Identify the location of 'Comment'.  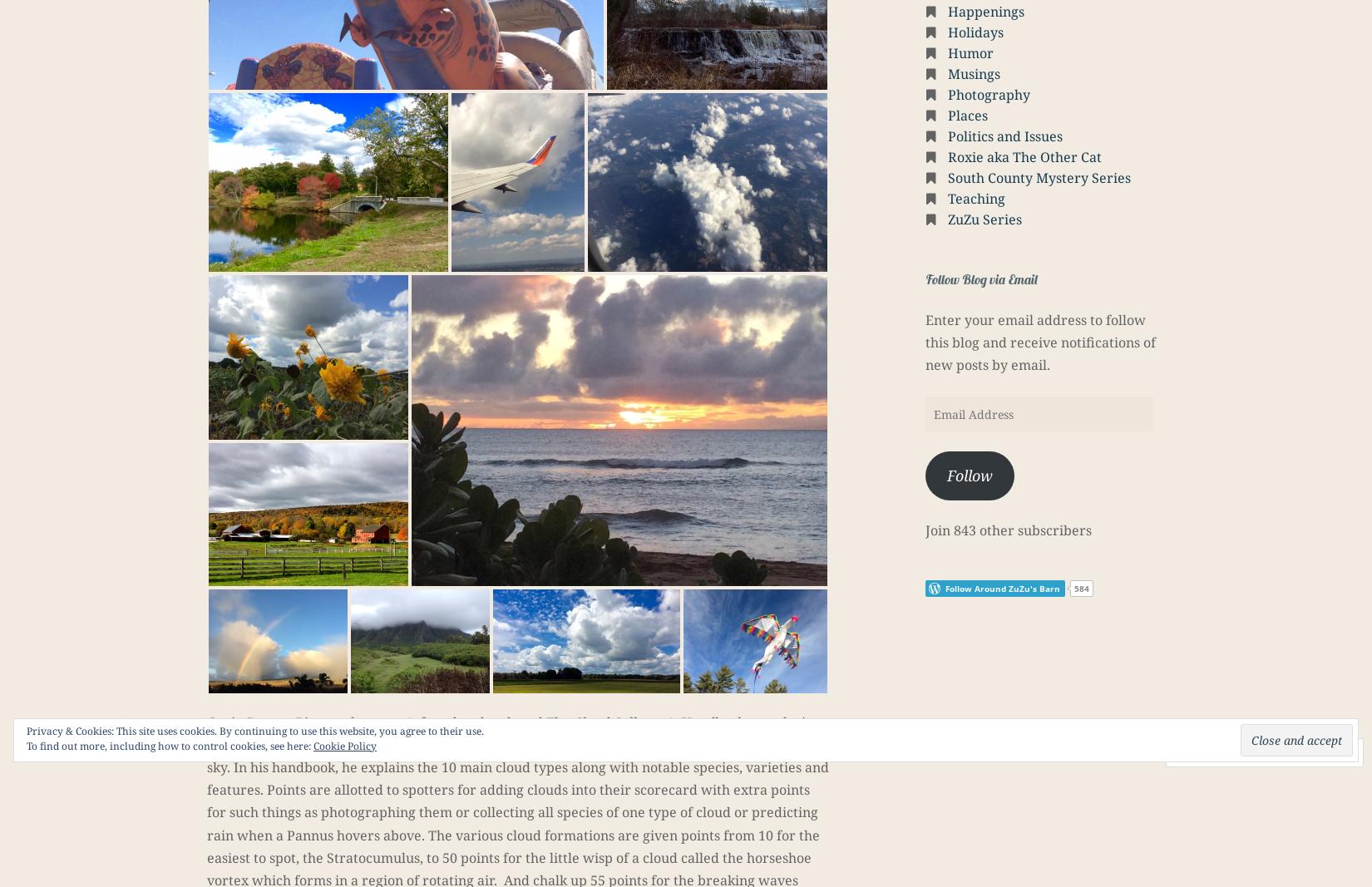
(1221, 752).